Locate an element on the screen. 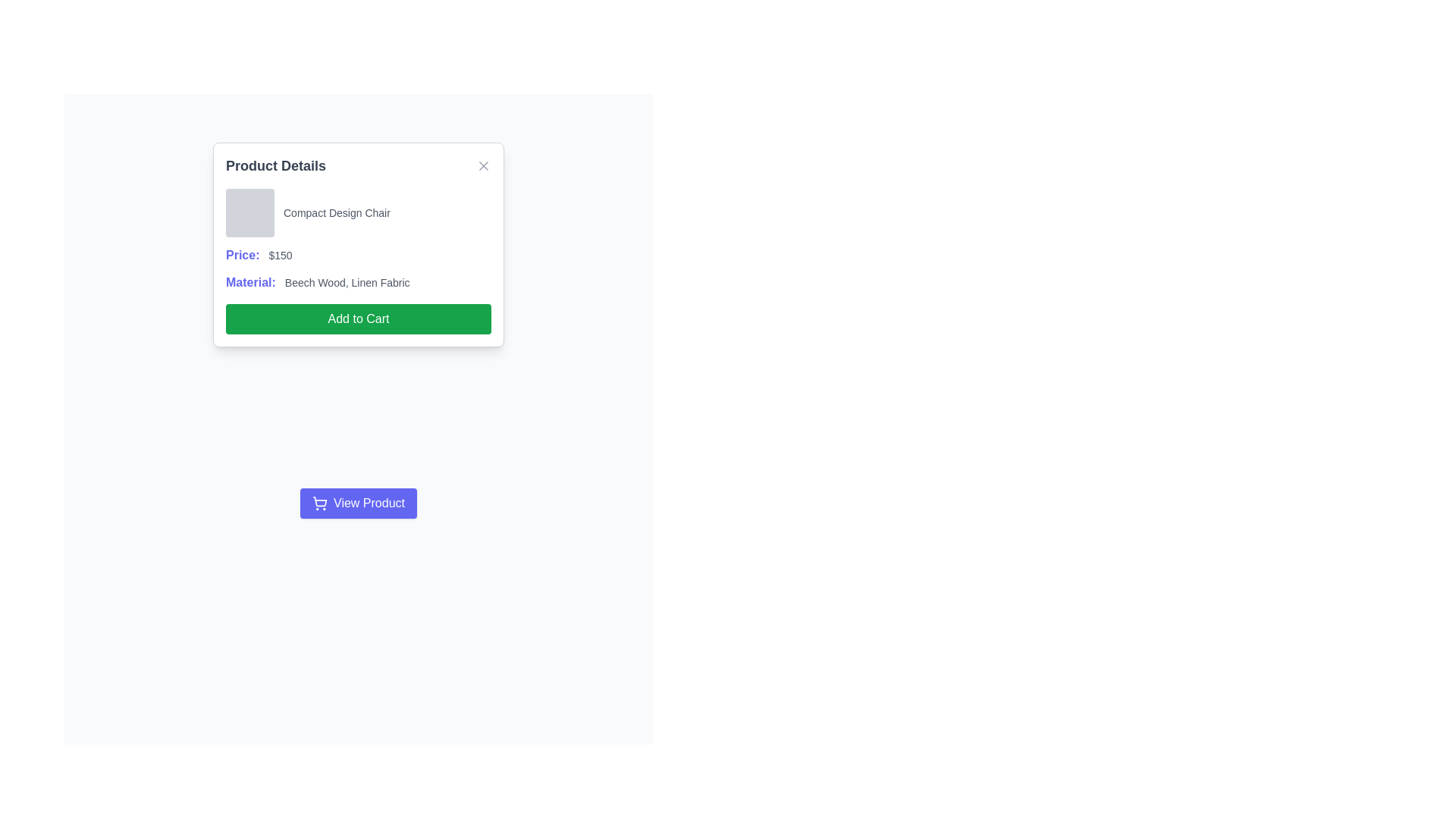 Image resolution: width=1456 pixels, height=819 pixels. the price text displaying $150, which is positioned adjacent to the purple-highlighted 'Price:' text within the product detail card is located at coordinates (280, 254).